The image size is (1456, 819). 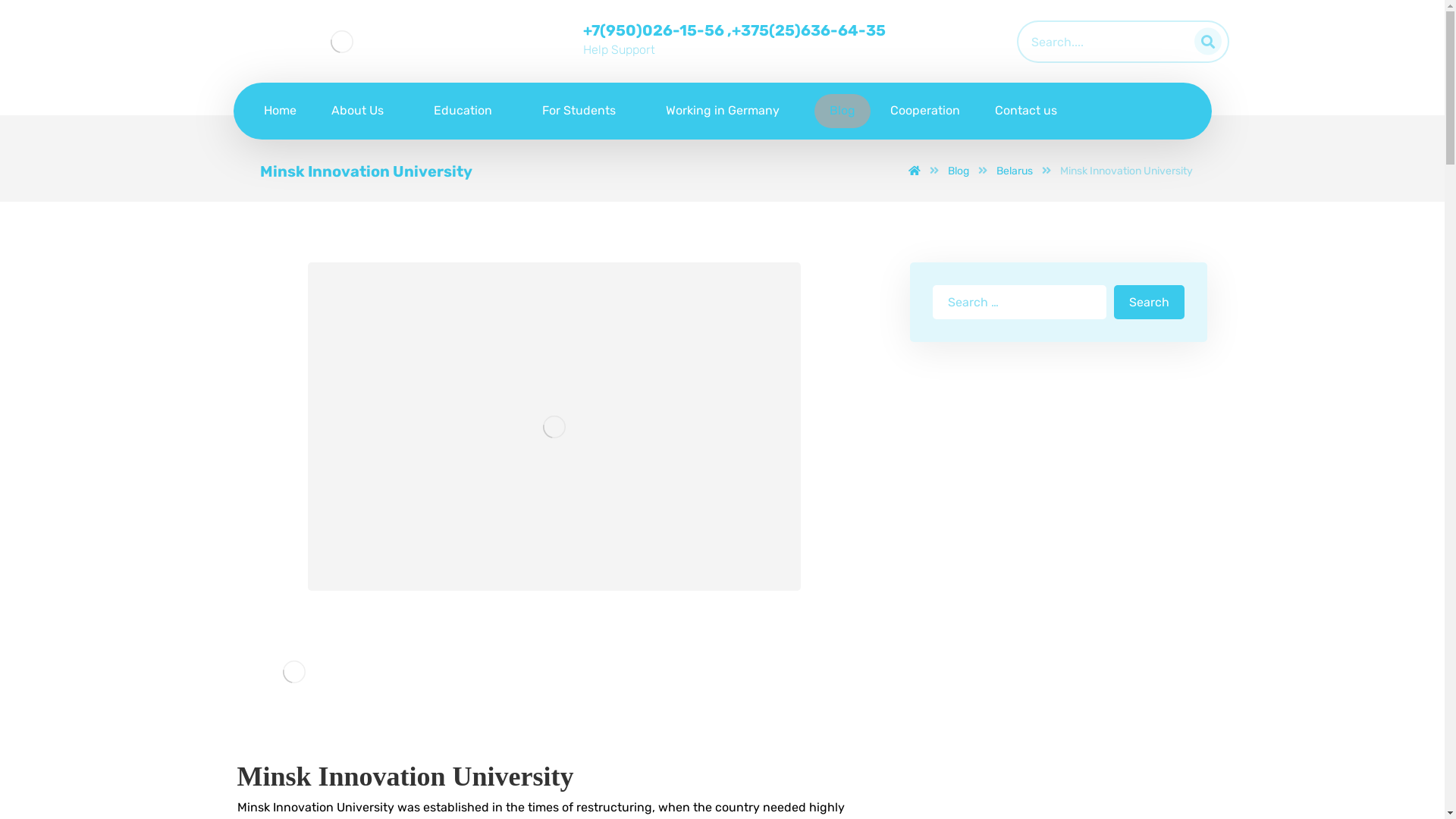 I want to click on 'For Students', so click(x=585, y=110).